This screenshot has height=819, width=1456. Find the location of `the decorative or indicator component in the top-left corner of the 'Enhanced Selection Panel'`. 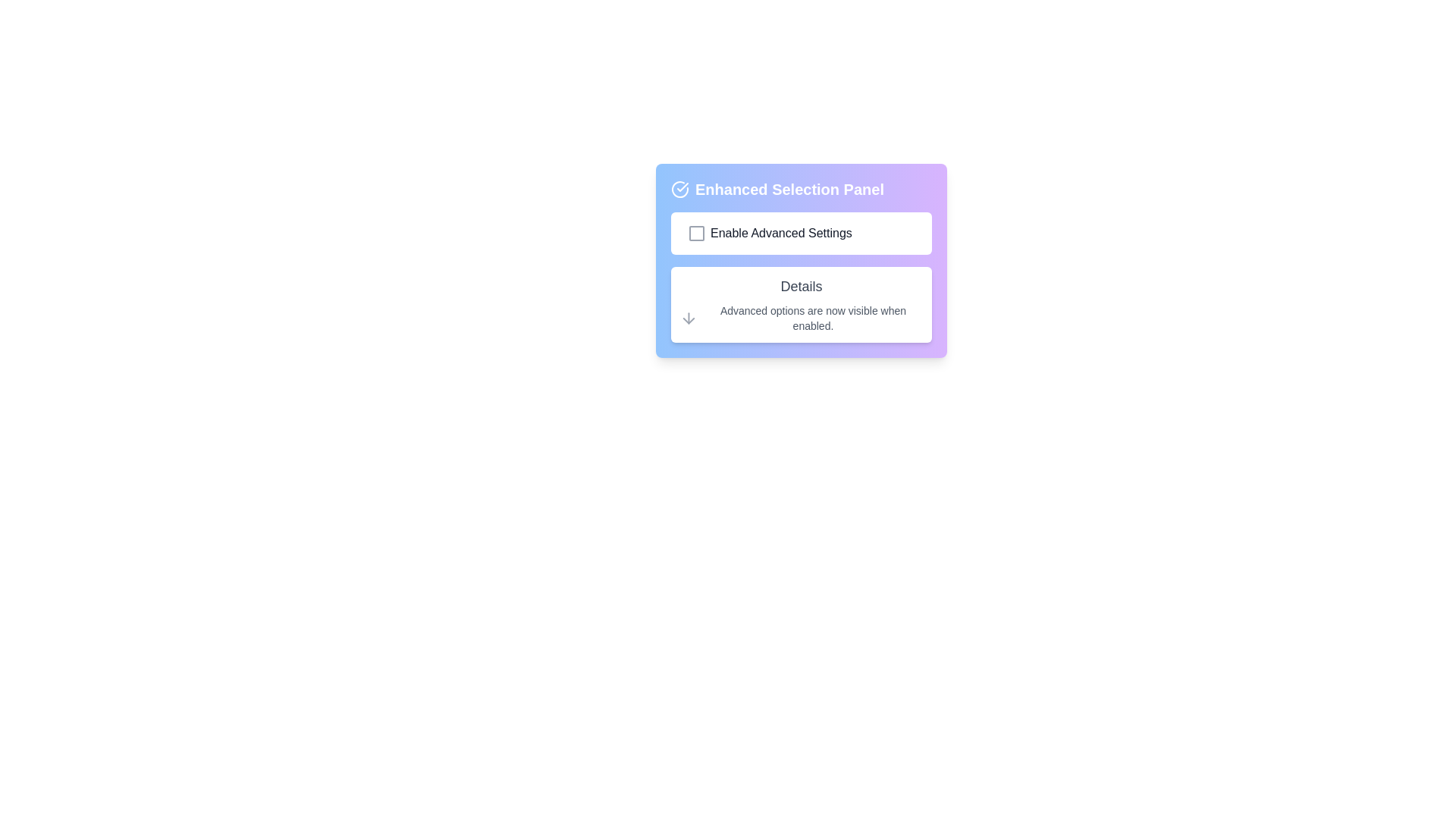

the decorative or indicator component in the top-left corner of the 'Enhanced Selection Panel' is located at coordinates (679, 189).